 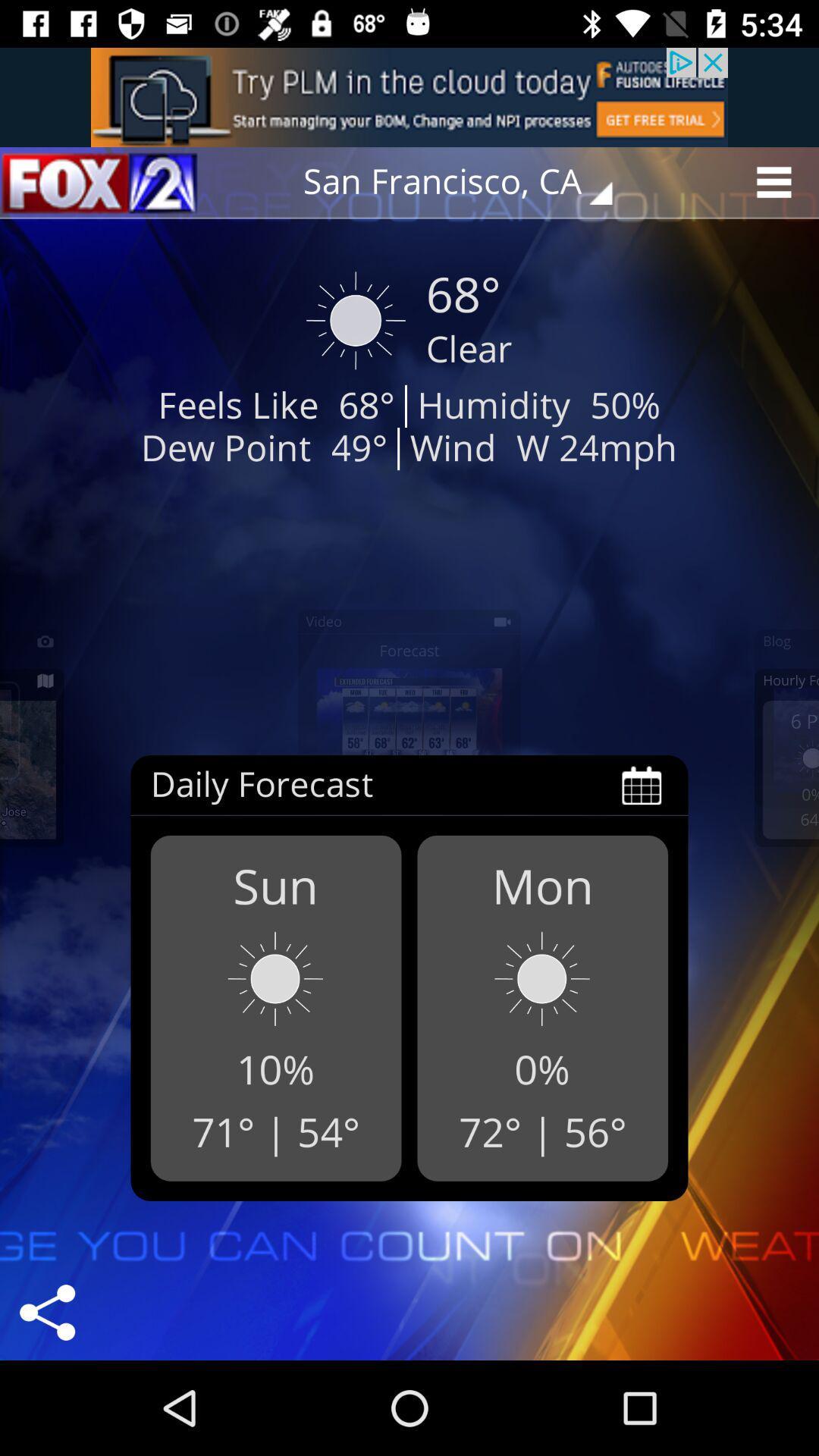 I want to click on the share icon, so click(x=46, y=1312).